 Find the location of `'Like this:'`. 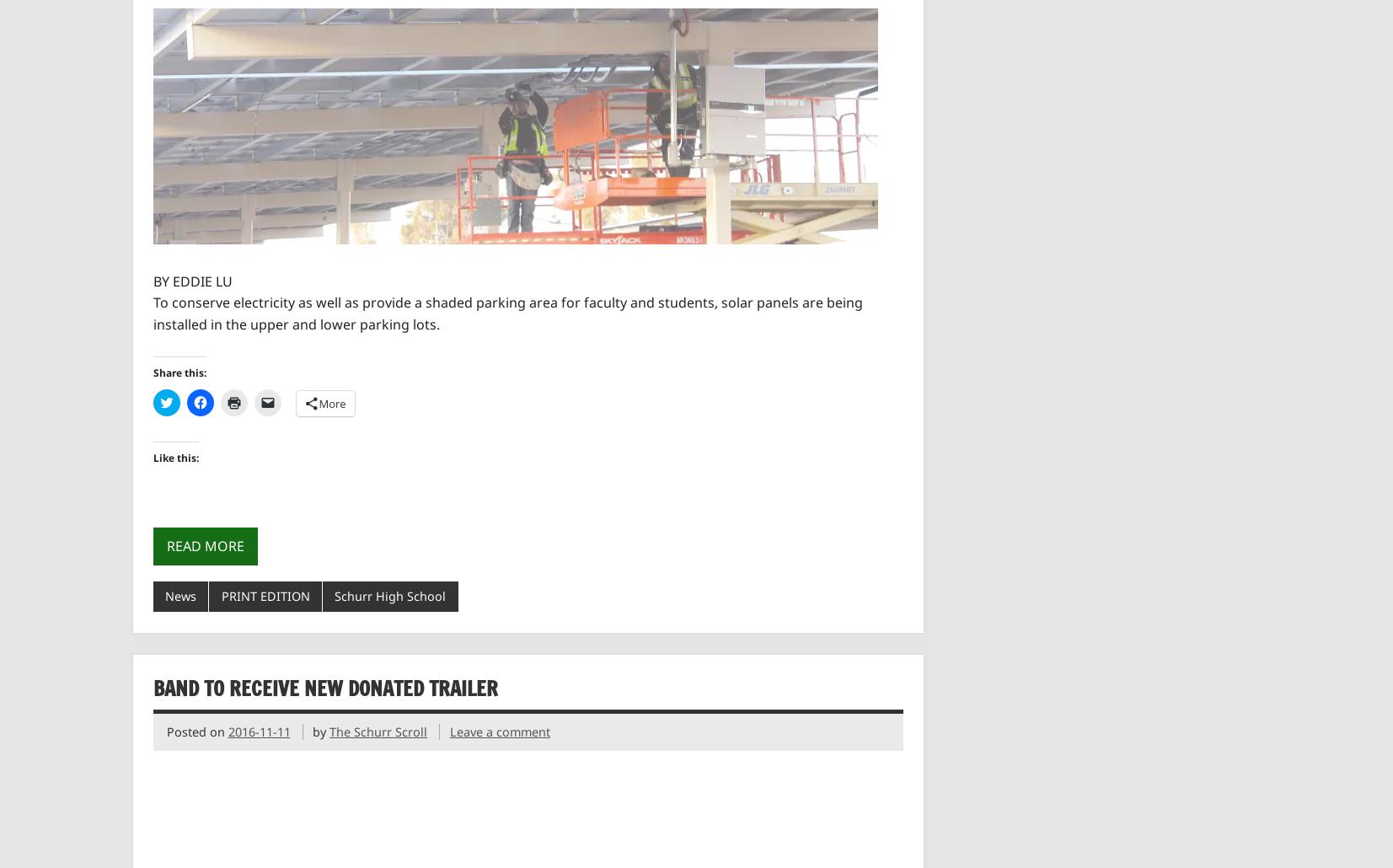

'Like this:' is located at coordinates (174, 458).